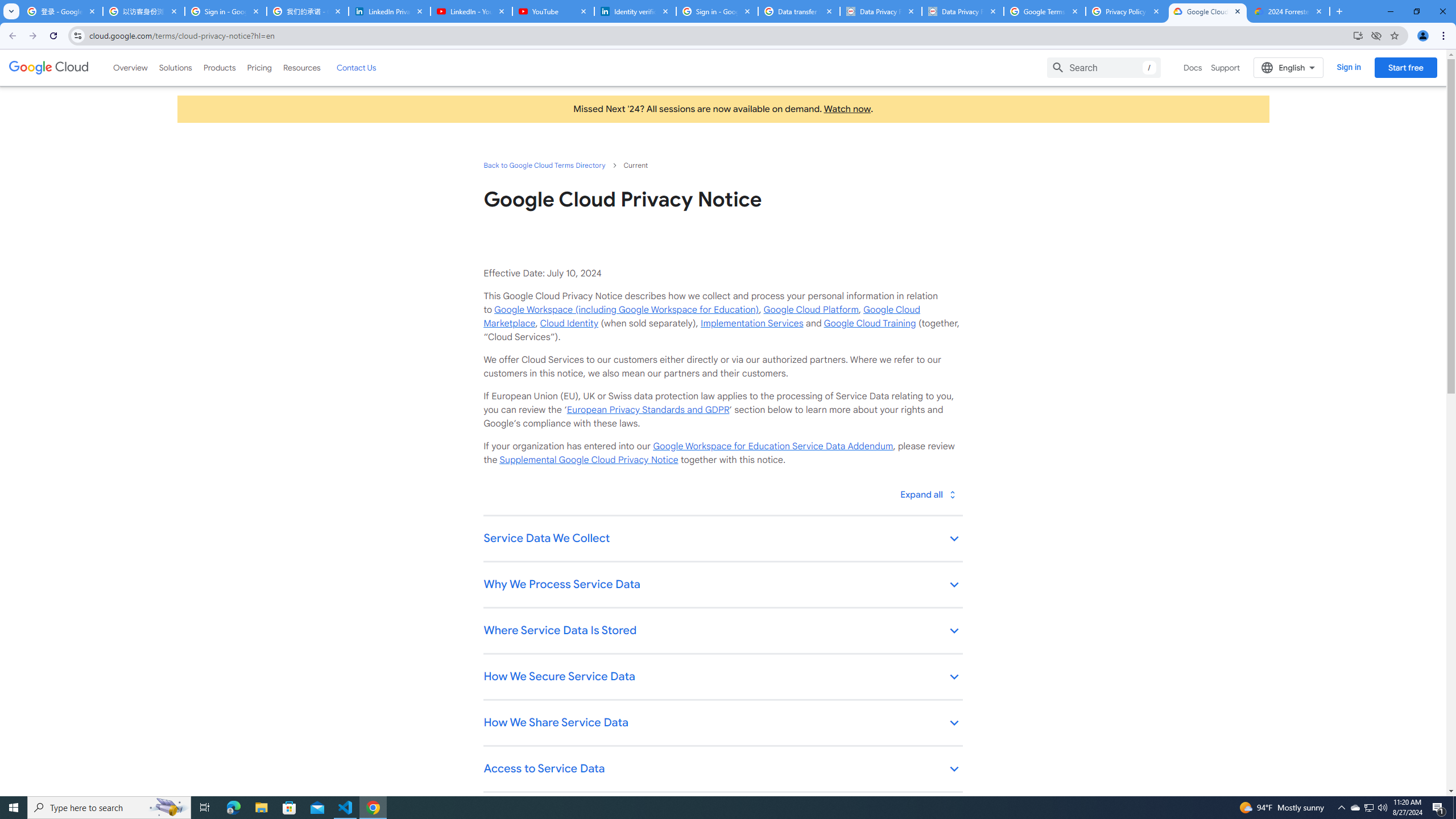 The image size is (1456, 819). Describe the element at coordinates (77, 35) in the screenshot. I see `'View site information'` at that location.